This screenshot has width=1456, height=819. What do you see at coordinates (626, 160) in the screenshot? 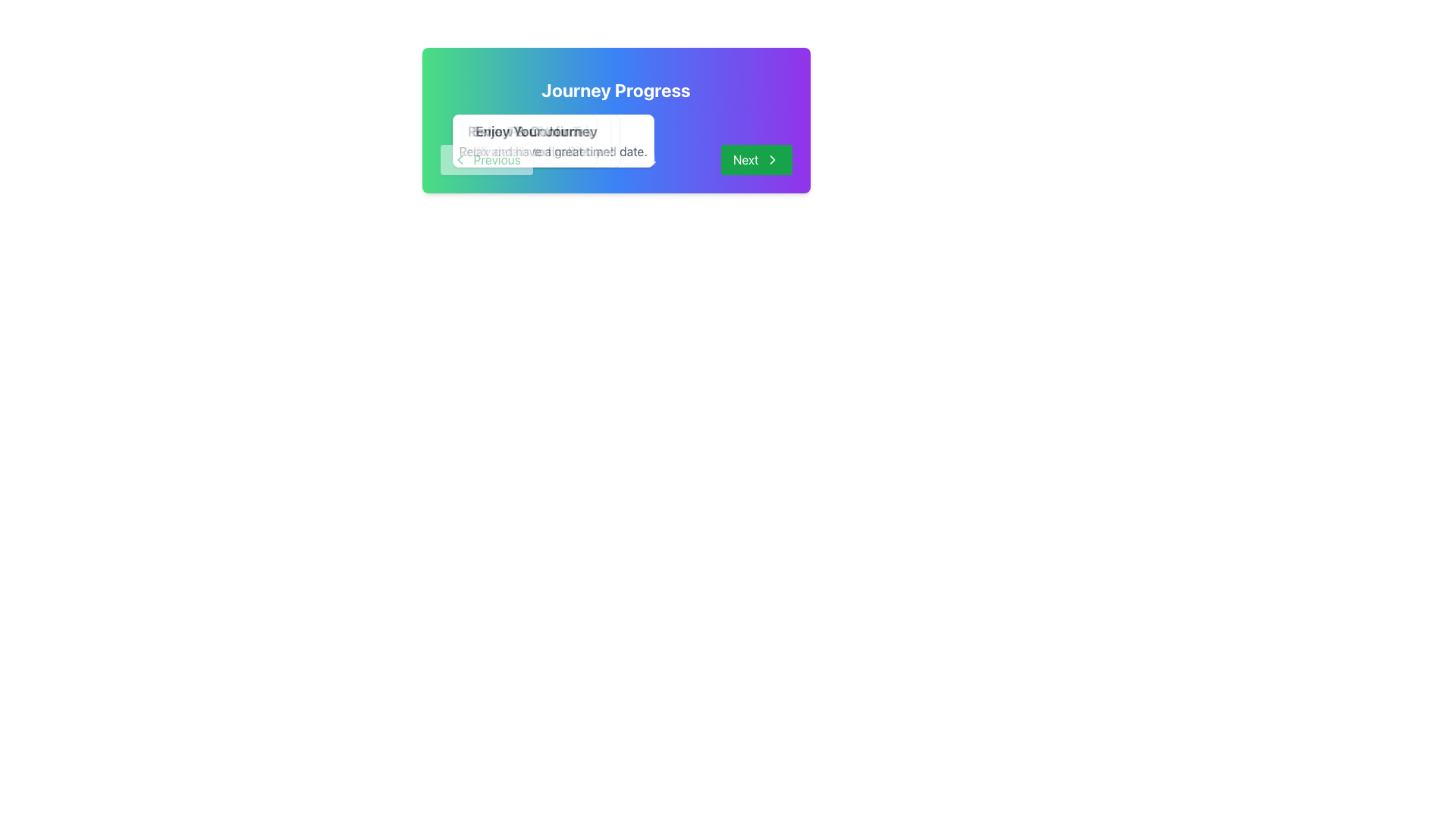
I see `the textual indicator that reads 'Step 1 of 4', which is centered within the card and positioned between the 'Previous' and 'Next' buttons` at bounding box center [626, 160].